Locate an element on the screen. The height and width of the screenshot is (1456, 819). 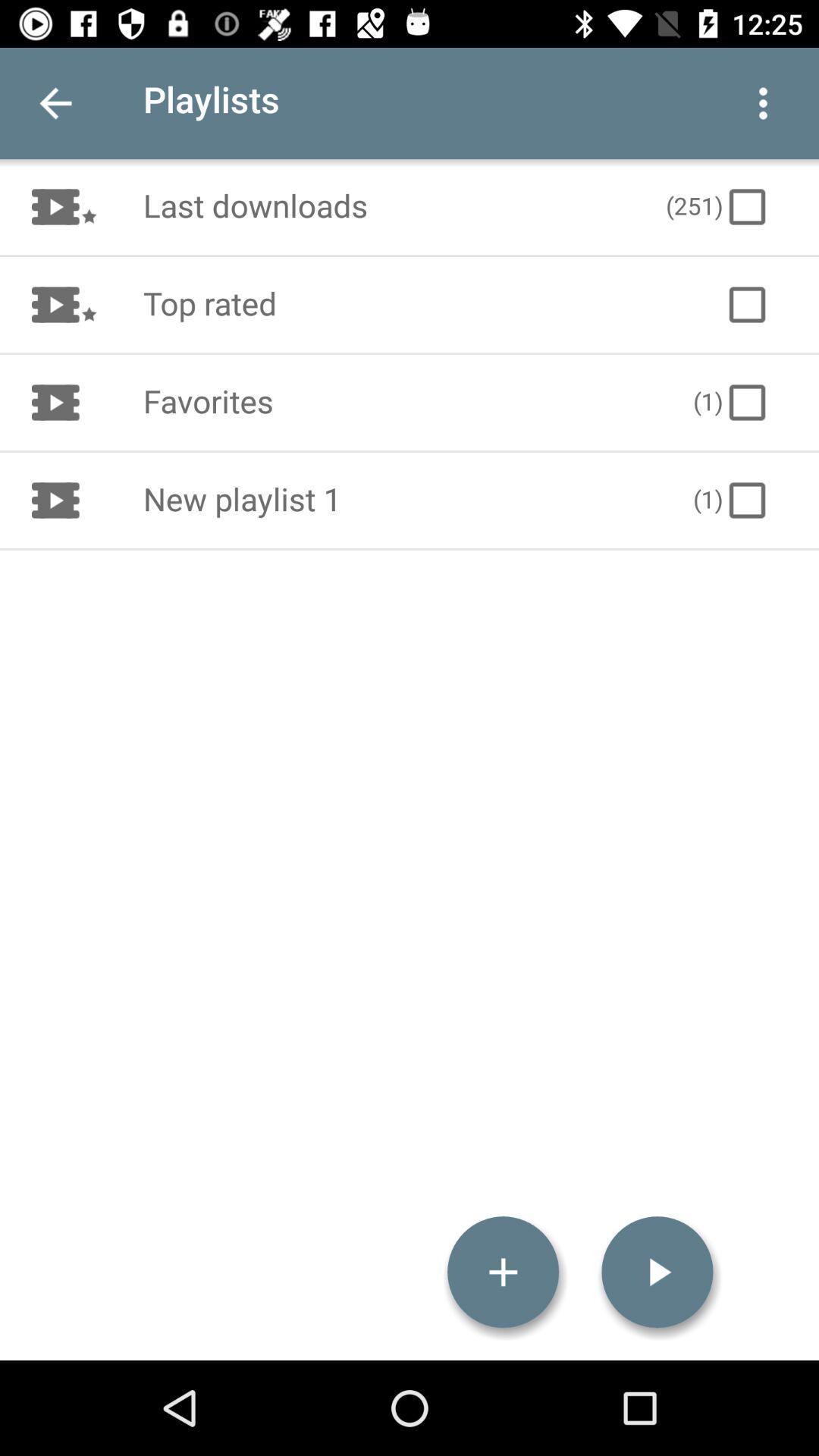
item next to (251) item is located at coordinates (388, 206).